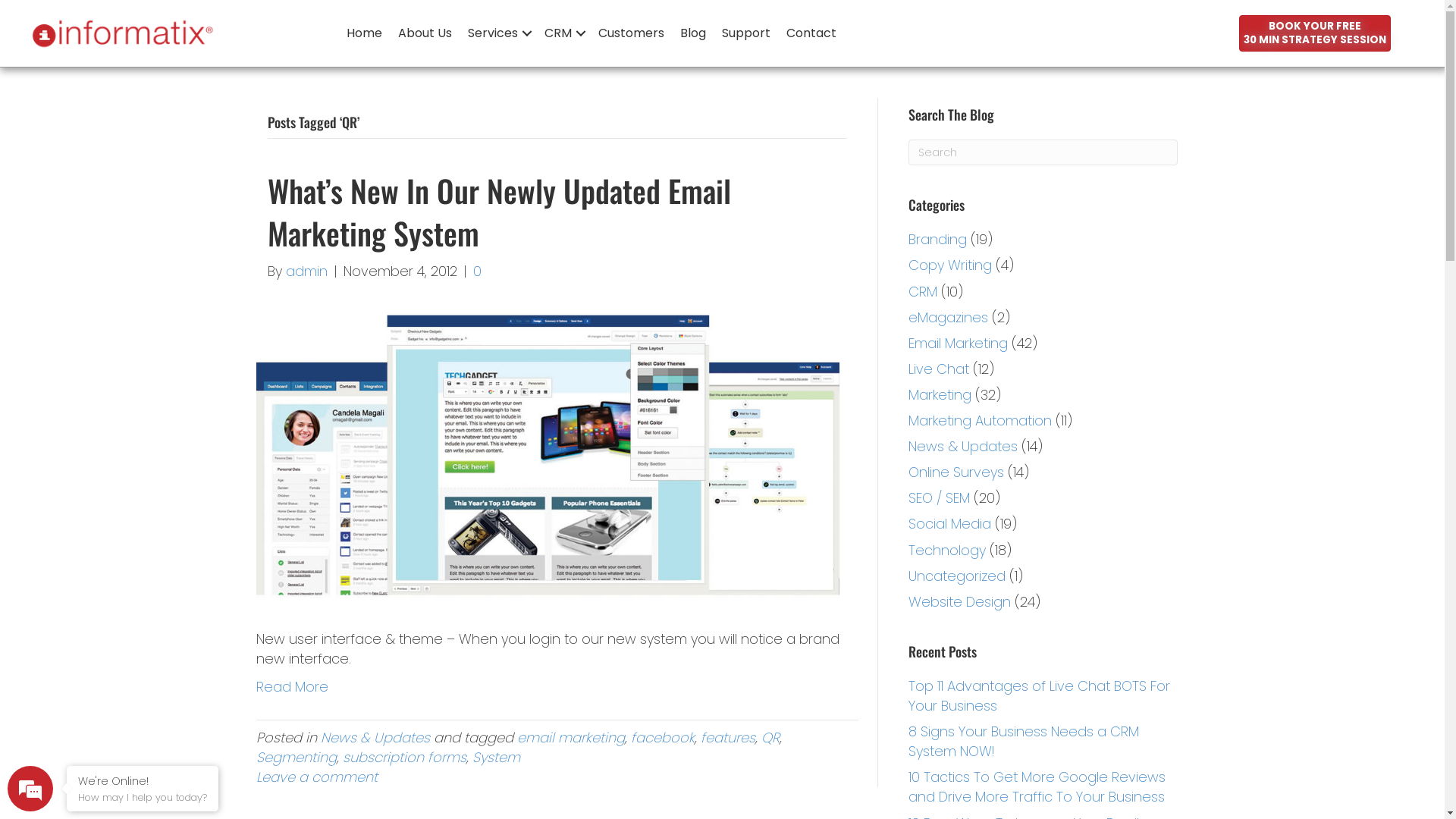 The width and height of the screenshot is (1456, 819). Describe the element at coordinates (811, 33) in the screenshot. I see `'Contact'` at that location.